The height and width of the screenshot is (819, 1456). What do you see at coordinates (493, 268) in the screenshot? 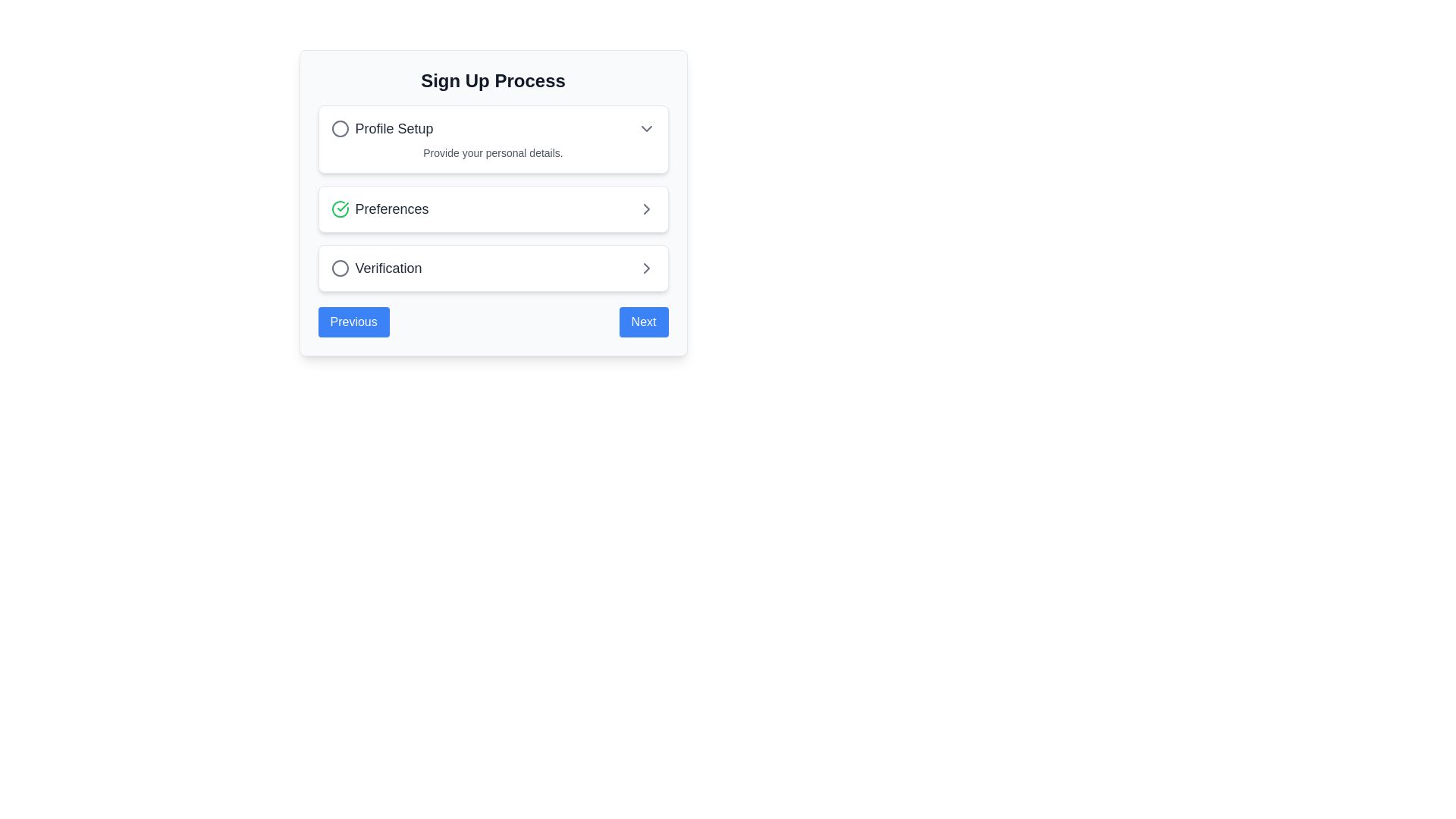
I see `the 'Verification' step in the workflow navigation list` at bounding box center [493, 268].